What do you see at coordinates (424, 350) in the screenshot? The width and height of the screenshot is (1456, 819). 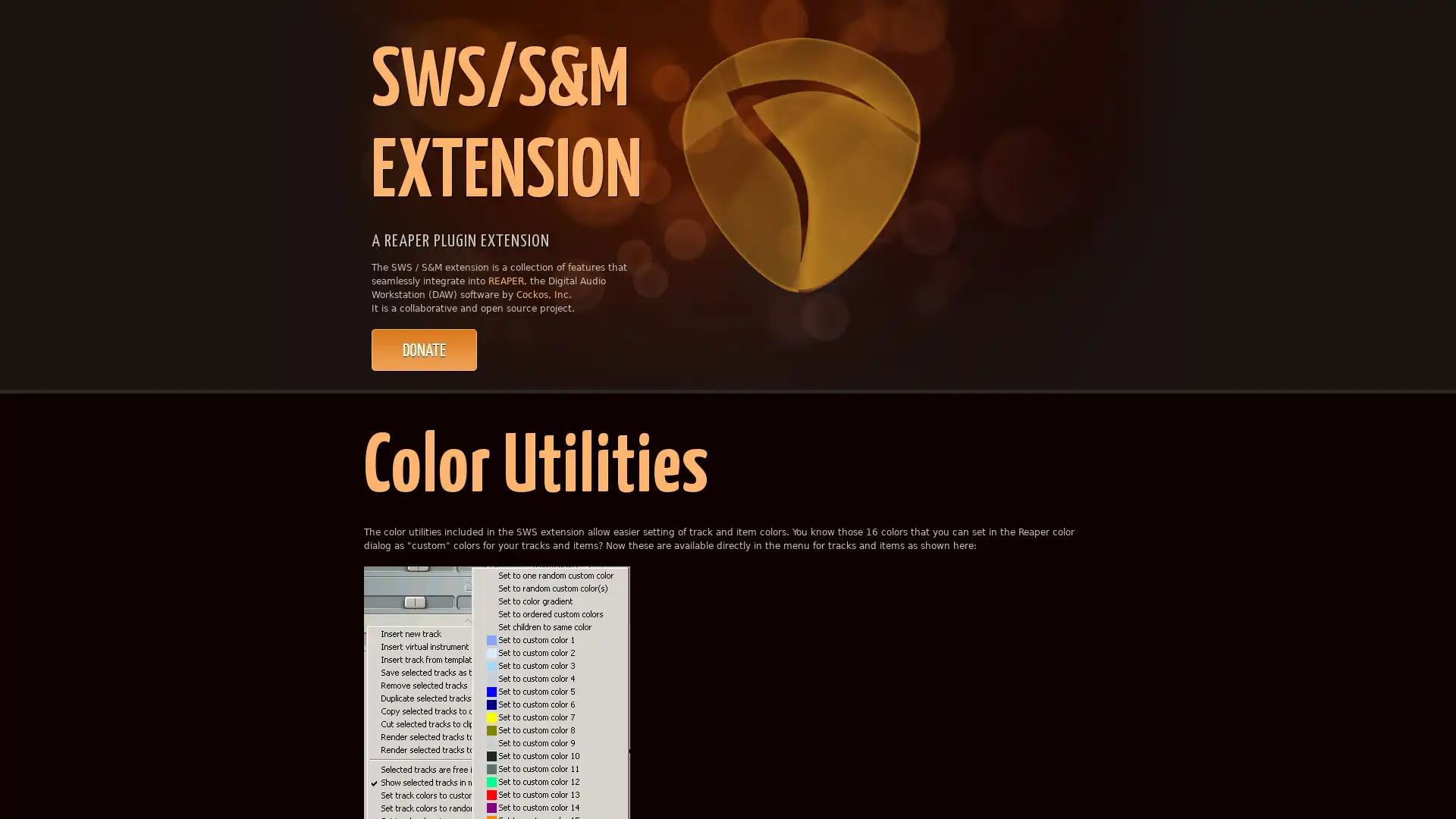 I see `PayPal` at bounding box center [424, 350].